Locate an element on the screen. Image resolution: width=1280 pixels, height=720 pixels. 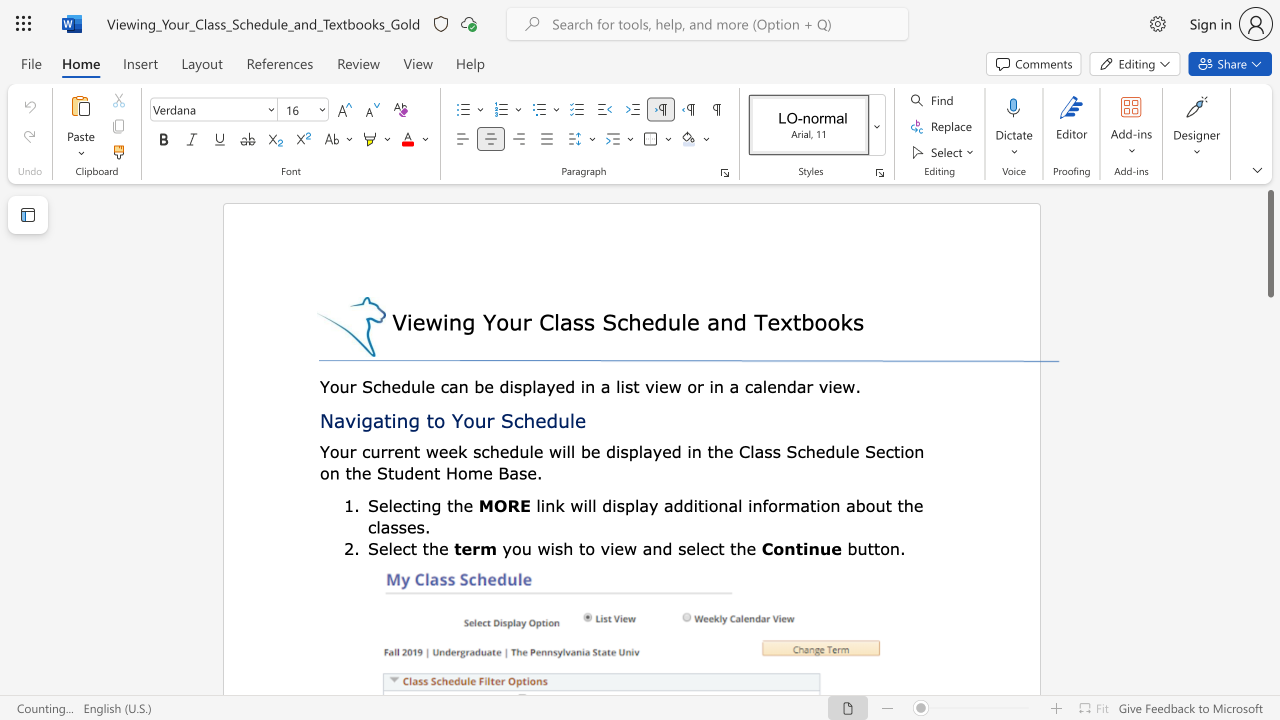
the right-hand scrollbar to descend the page is located at coordinates (1269, 400).